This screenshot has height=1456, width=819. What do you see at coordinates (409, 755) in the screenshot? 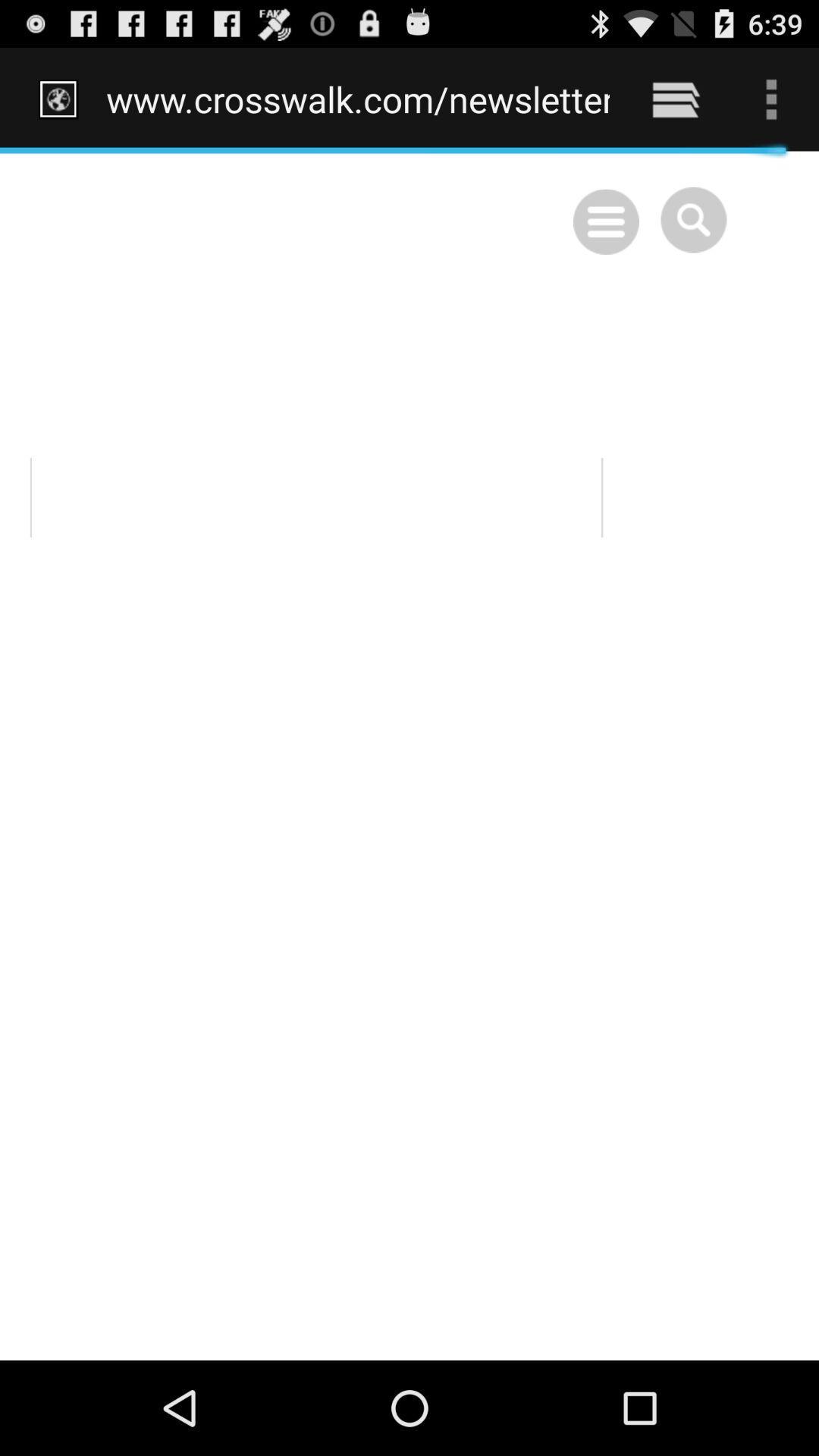
I see `the item at the center` at bounding box center [409, 755].